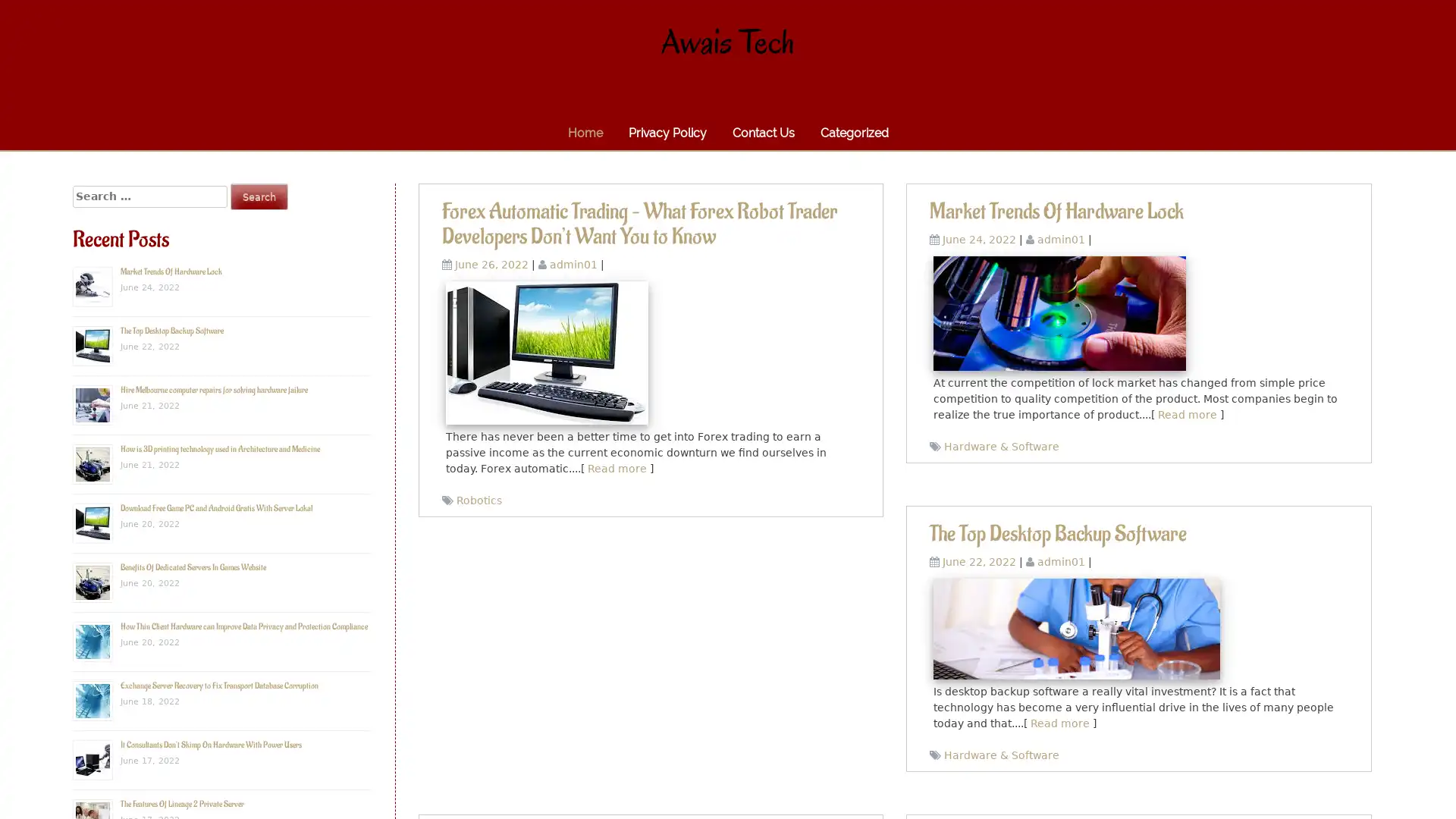 The height and width of the screenshot is (819, 1456). What do you see at coordinates (259, 196) in the screenshot?
I see `Search` at bounding box center [259, 196].